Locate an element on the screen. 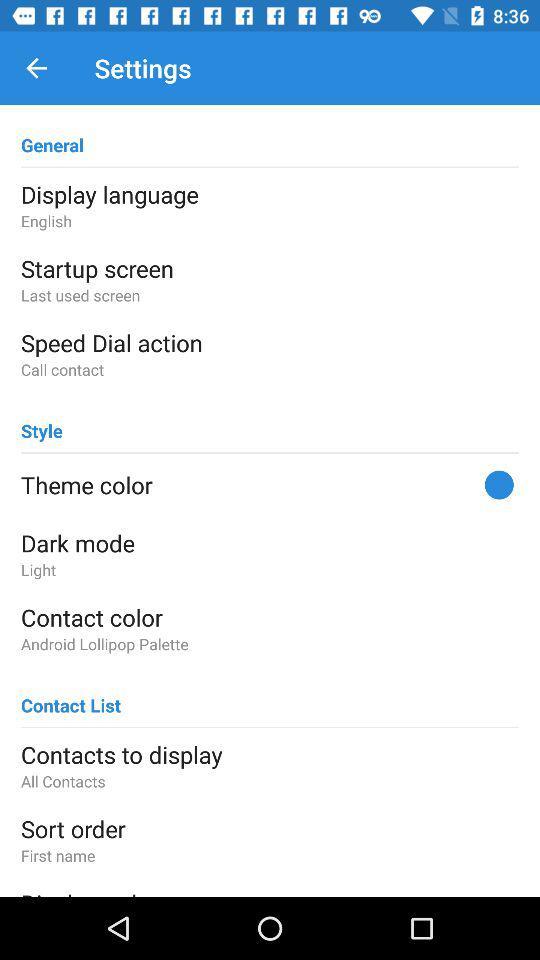 This screenshot has width=540, height=960. the item above the first name is located at coordinates (270, 828).